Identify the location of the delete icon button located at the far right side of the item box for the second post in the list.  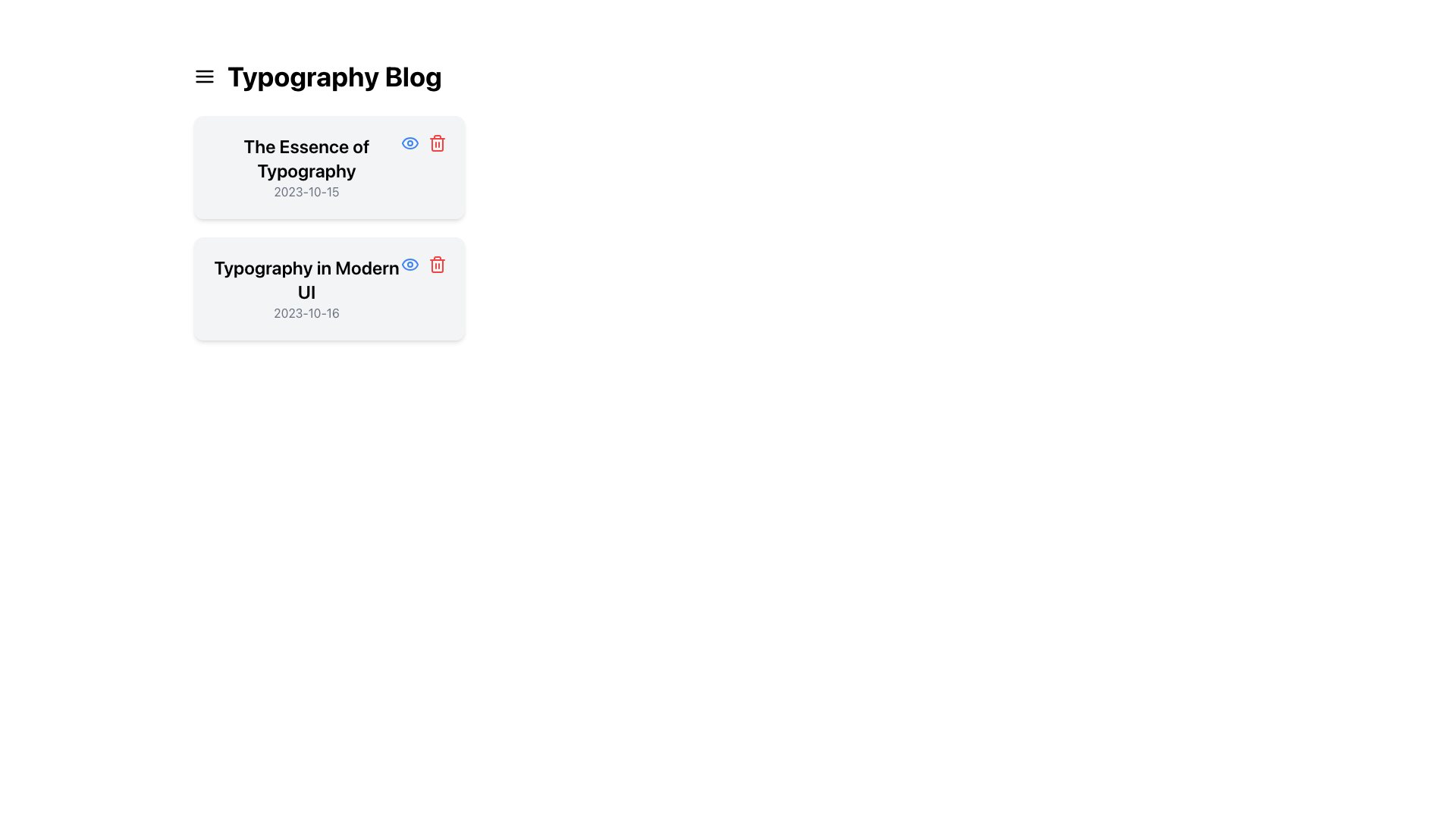
(436, 263).